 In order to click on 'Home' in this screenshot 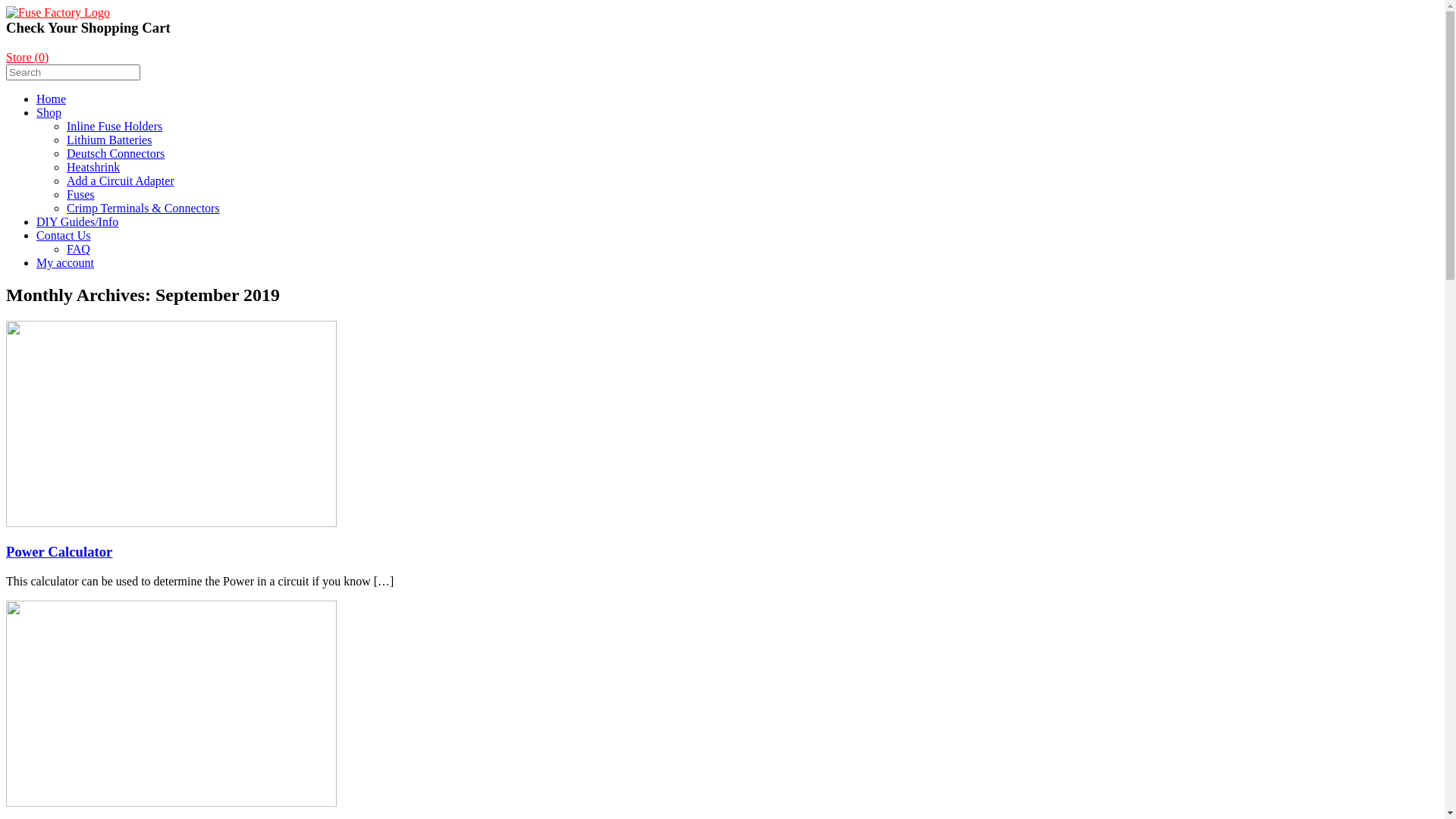, I will do `click(51, 99)`.